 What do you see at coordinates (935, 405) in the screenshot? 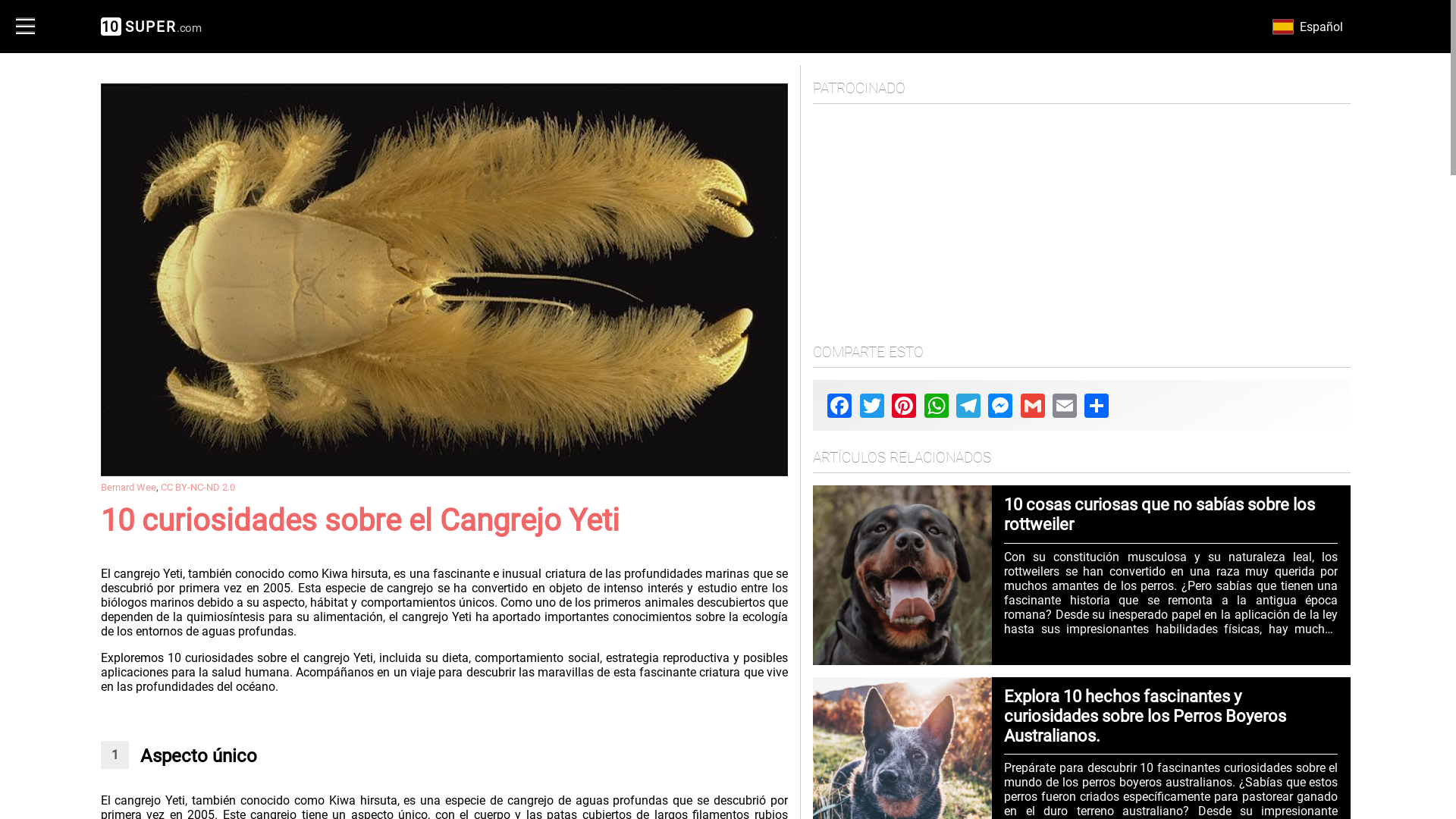
I see `'WhatsApp'` at bounding box center [935, 405].